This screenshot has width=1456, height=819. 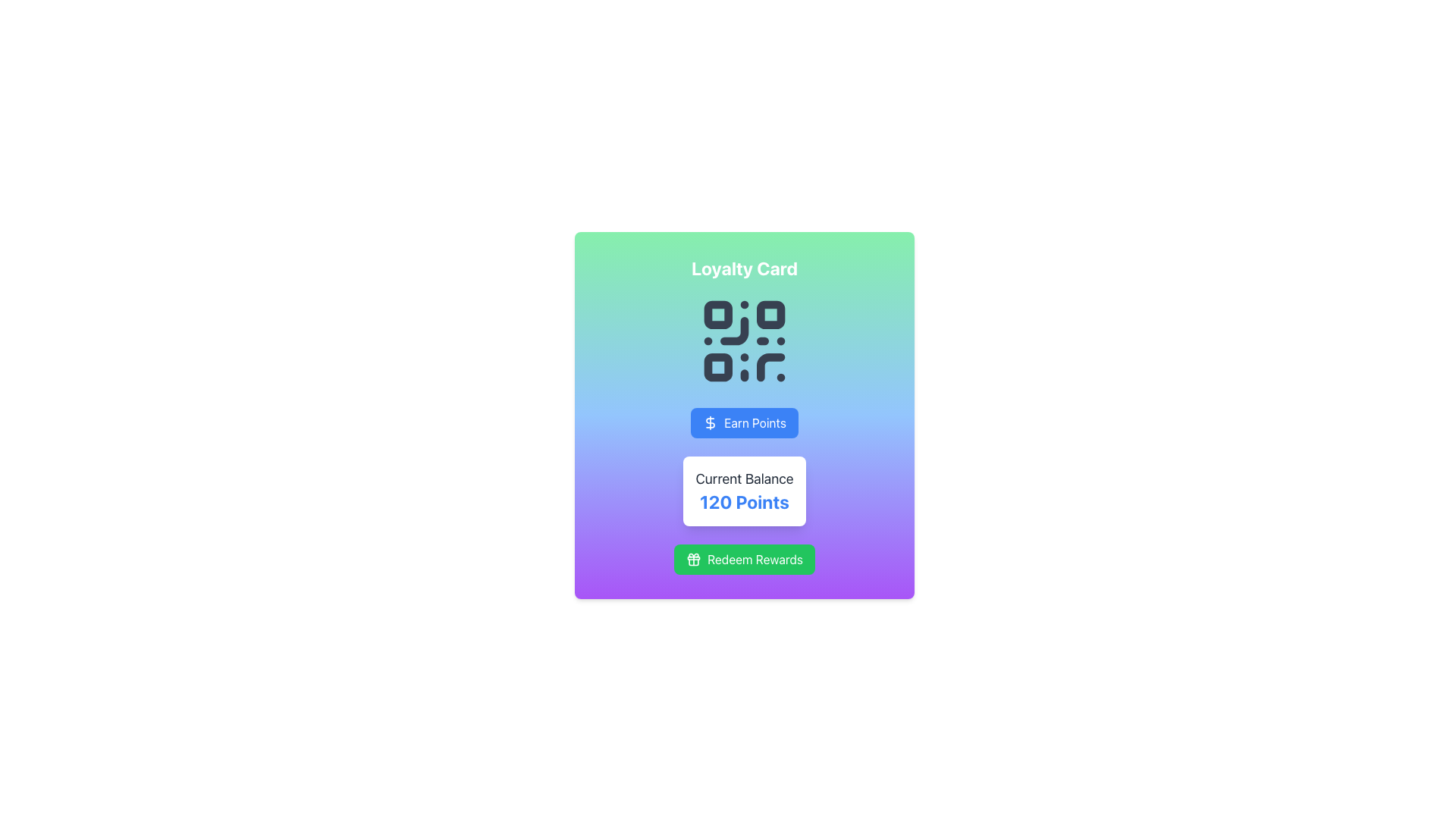 I want to click on the Vector graphic component that is part of the QR code graphic in the upper central region of the card-like UI section, so click(x=770, y=367).